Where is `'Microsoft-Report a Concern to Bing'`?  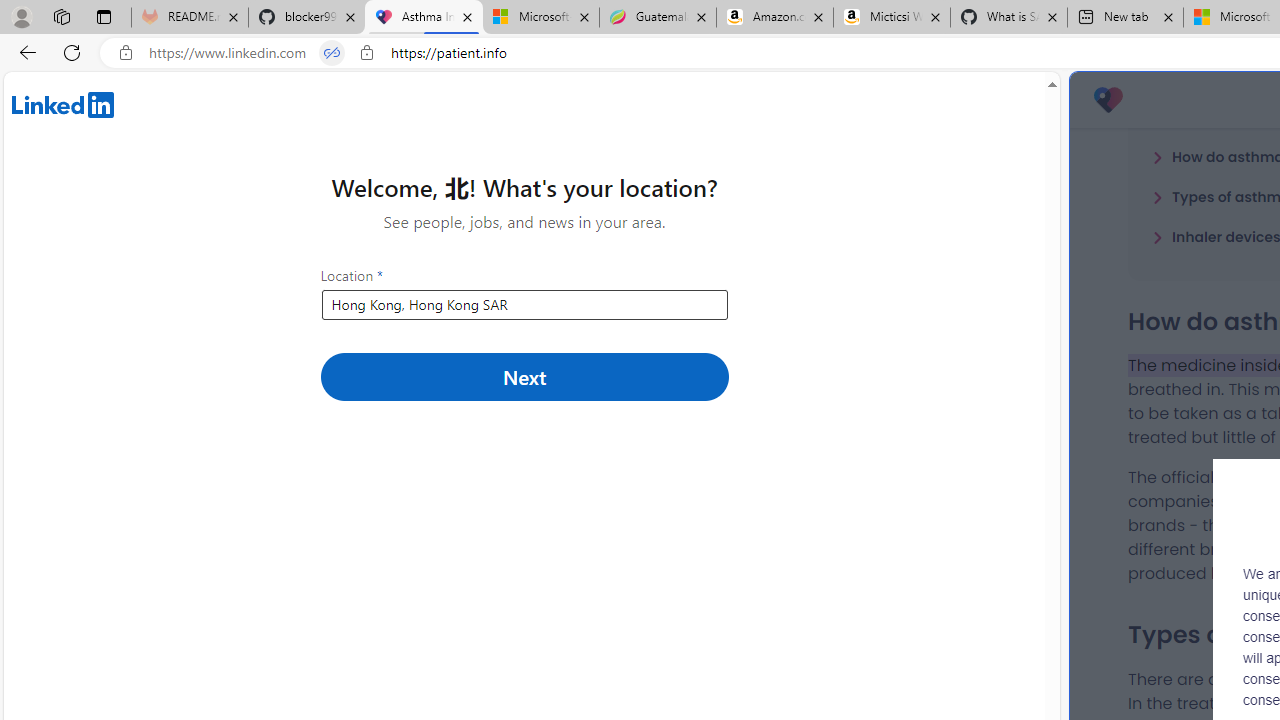
'Microsoft-Report a Concern to Bing' is located at coordinates (540, 17).